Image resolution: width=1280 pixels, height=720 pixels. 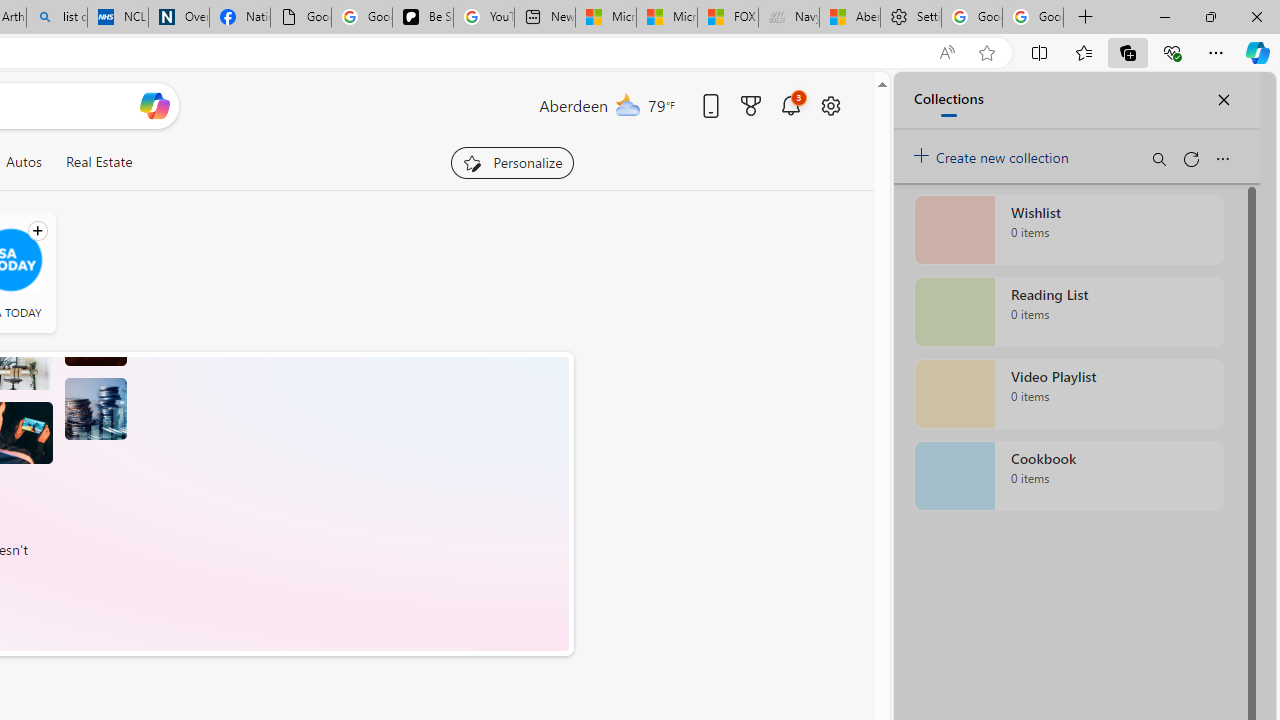 I want to click on 'Favorites', so click(x=1082, y=51).